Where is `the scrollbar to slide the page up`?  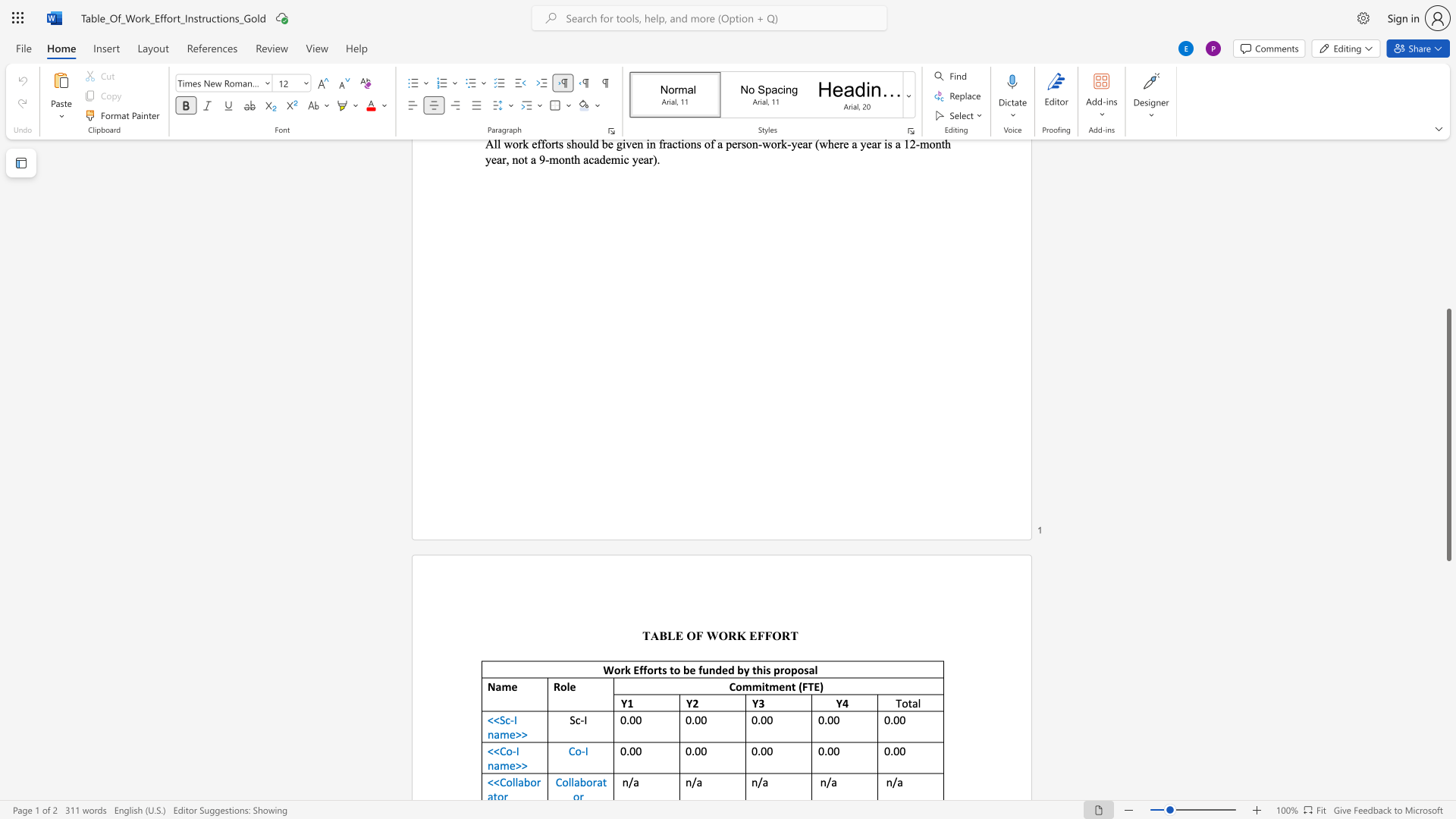
the scrollbar to slide the page up is located at coordinates (1448, 288).